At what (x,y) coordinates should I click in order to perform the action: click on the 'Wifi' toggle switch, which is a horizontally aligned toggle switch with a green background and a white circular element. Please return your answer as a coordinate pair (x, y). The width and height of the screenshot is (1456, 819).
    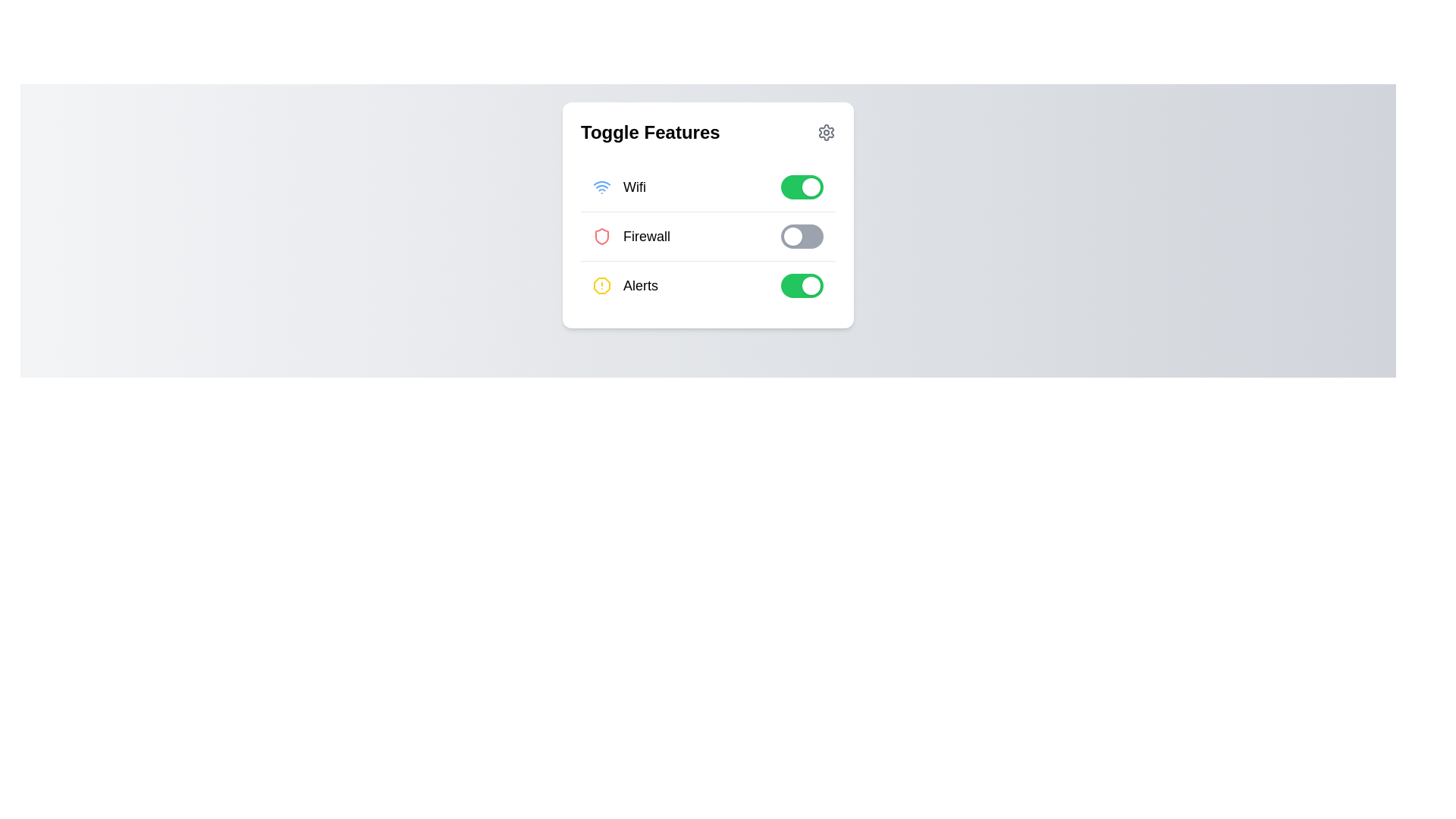
    Looking at the image, I should click on (801, 186).